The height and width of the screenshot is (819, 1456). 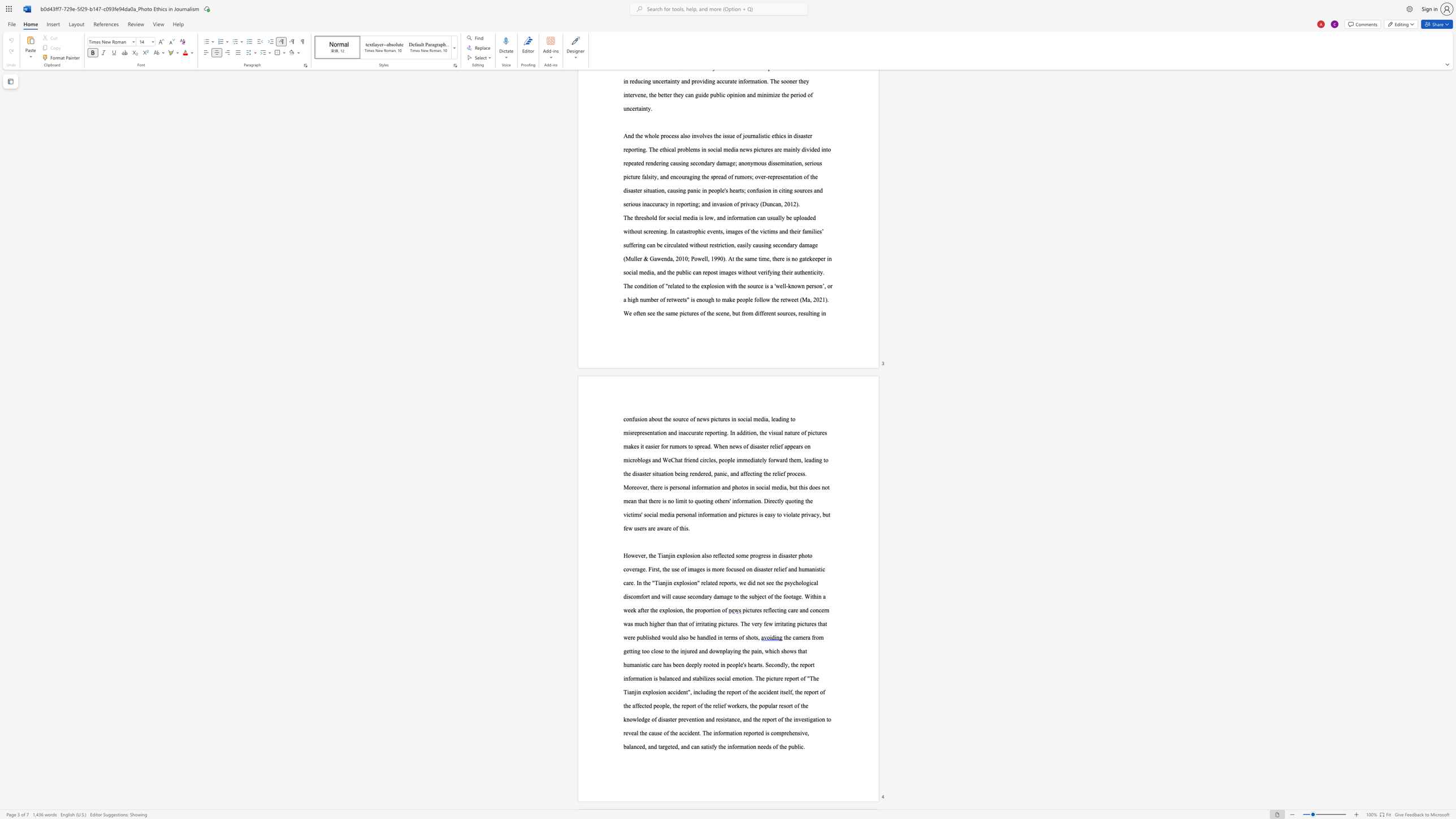 I want to click on the subset text "formation and photos in social media, but this does not mean that there is no limit to quoting others" within the text ", panic, and affecting the relief process. Moreover, there is personal information and photos in social media, but this does not mean that there is no limit to quoting others", so click(x=696, y=487).